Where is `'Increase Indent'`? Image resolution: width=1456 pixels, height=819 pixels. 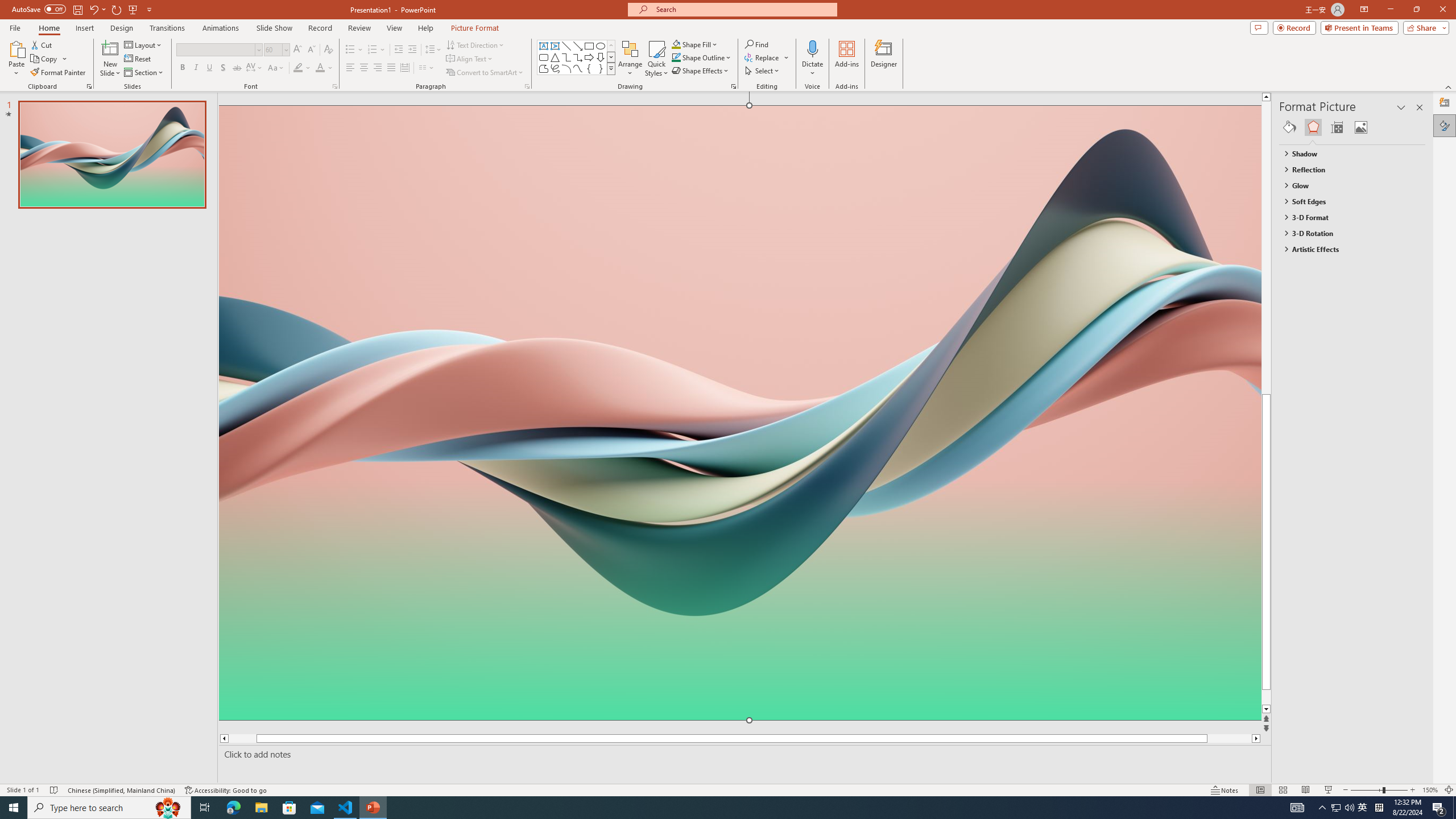 'Increase Indent' is located at coordinates (412, 49).